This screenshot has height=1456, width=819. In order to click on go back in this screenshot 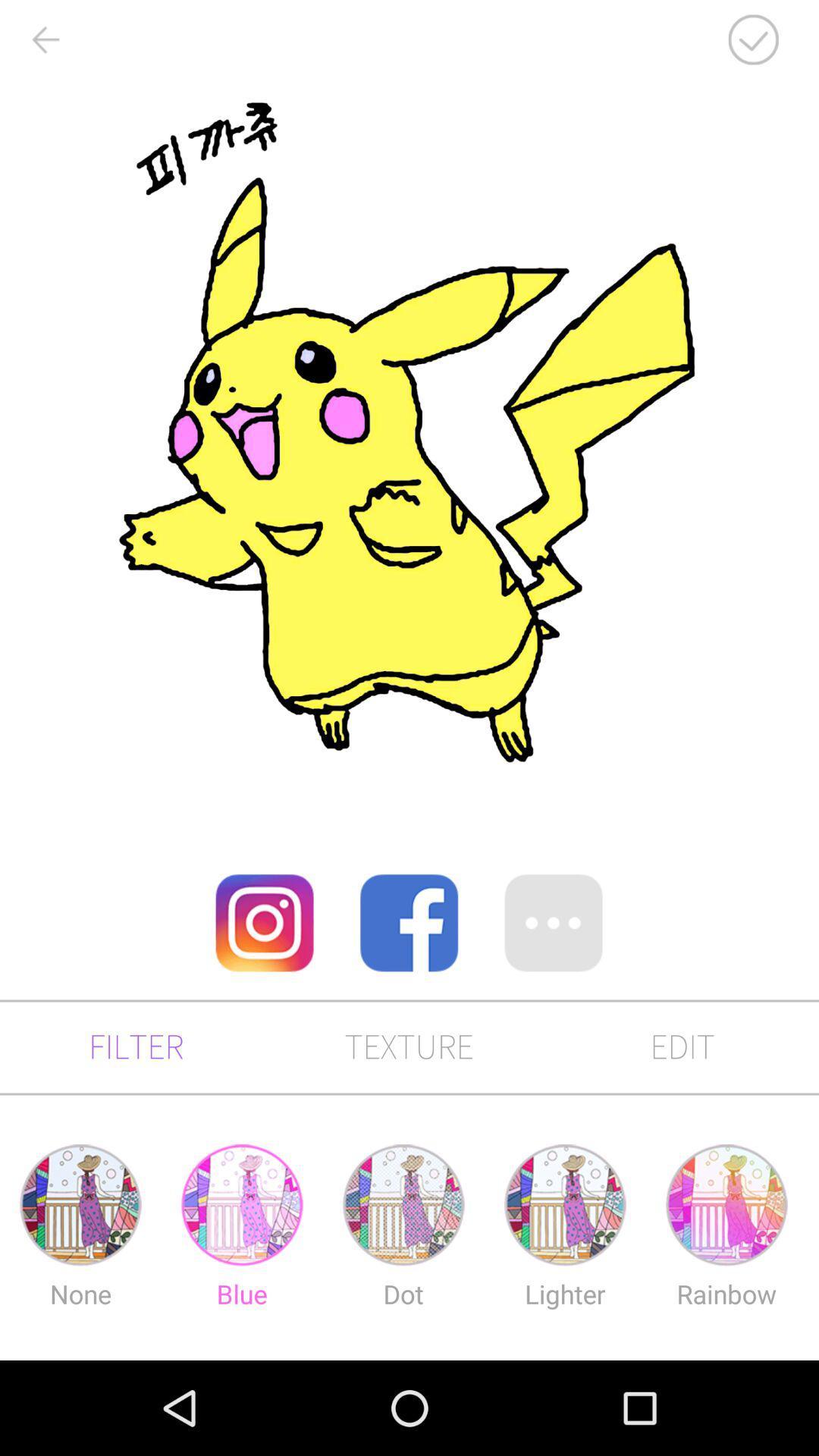, I will do `click(44, 39)`.